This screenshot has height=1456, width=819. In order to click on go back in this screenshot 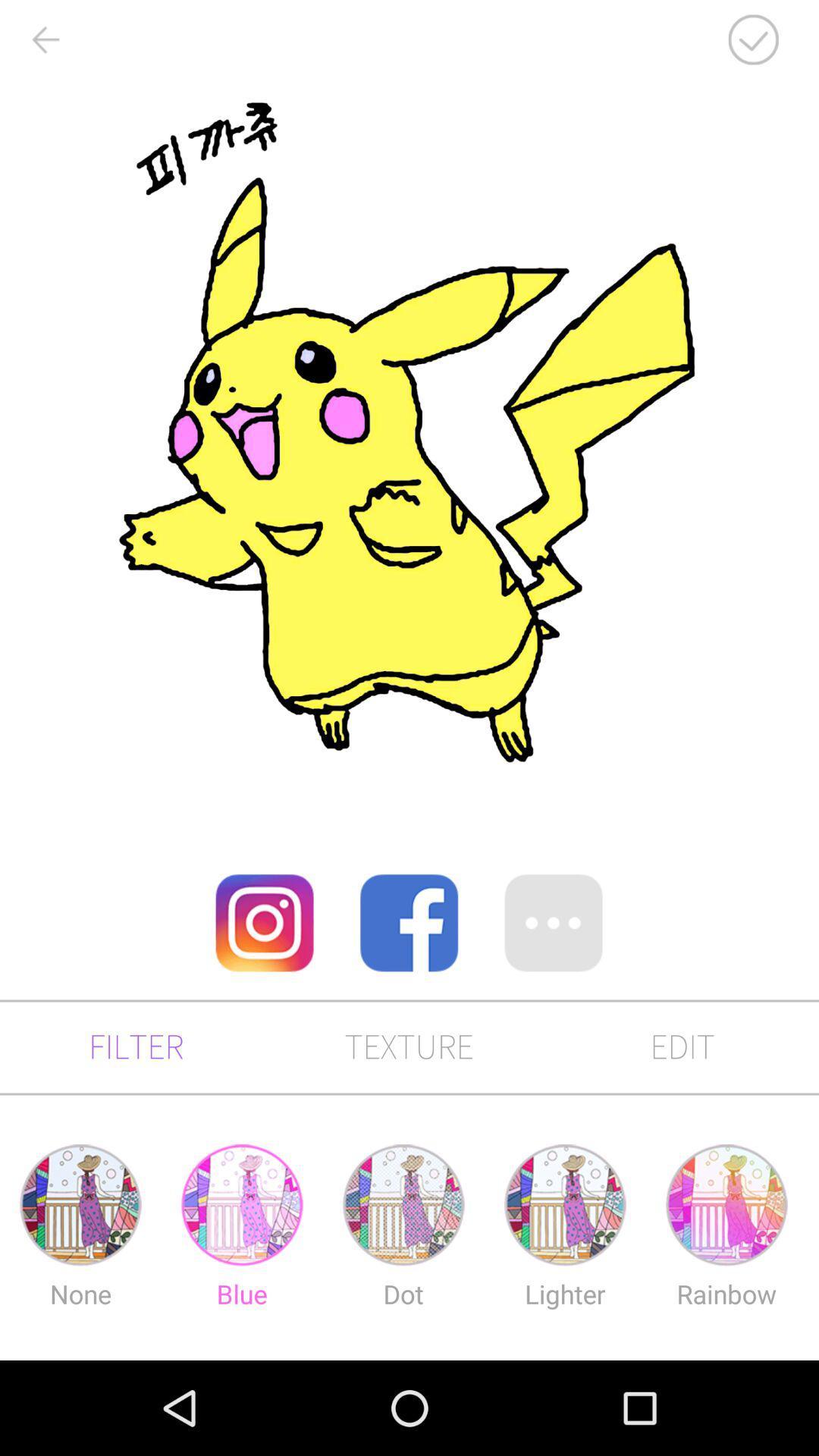, I will do `click(44, 39)`.